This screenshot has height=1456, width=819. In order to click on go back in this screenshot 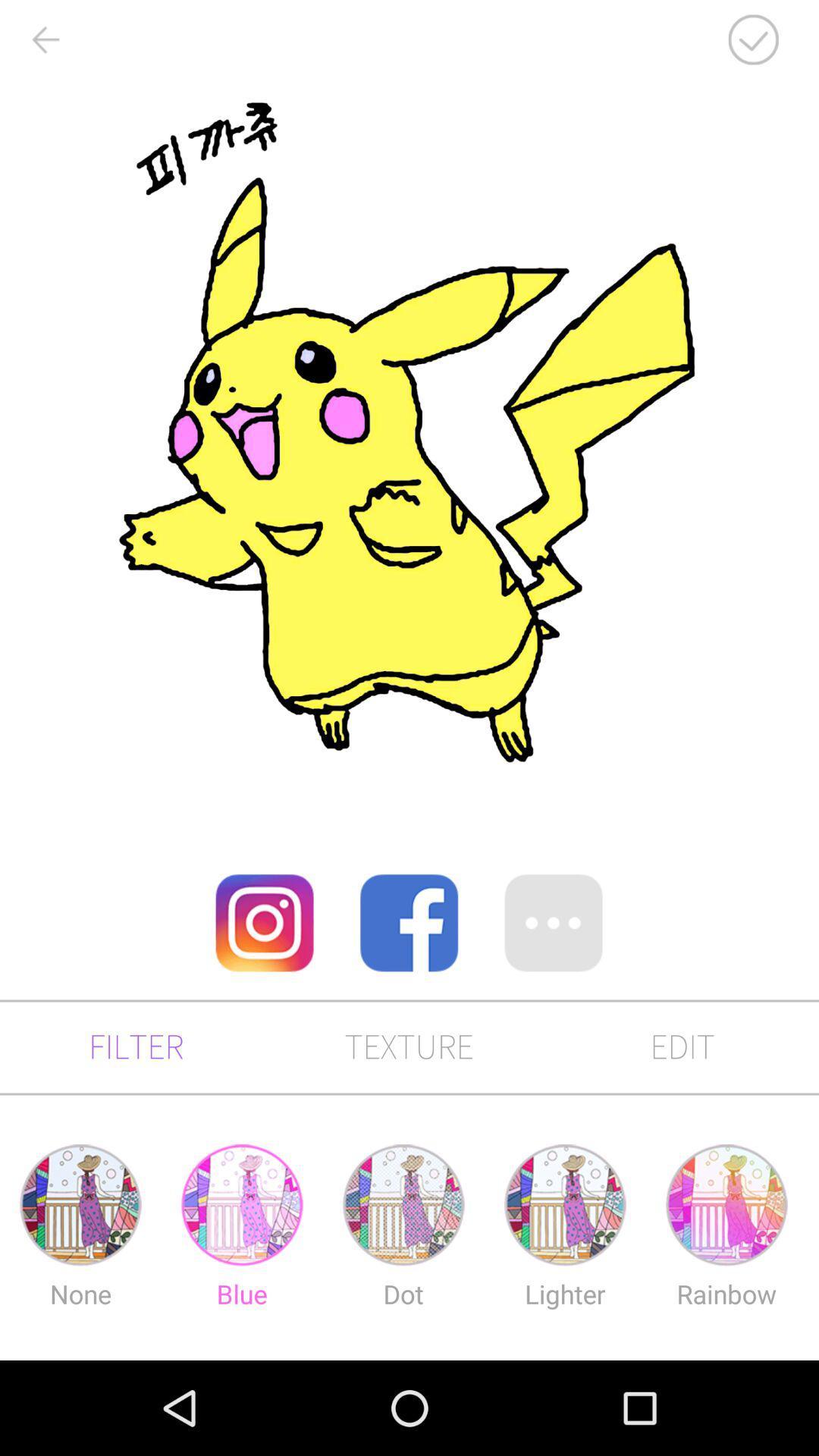, I will do `click(44, 39)`.